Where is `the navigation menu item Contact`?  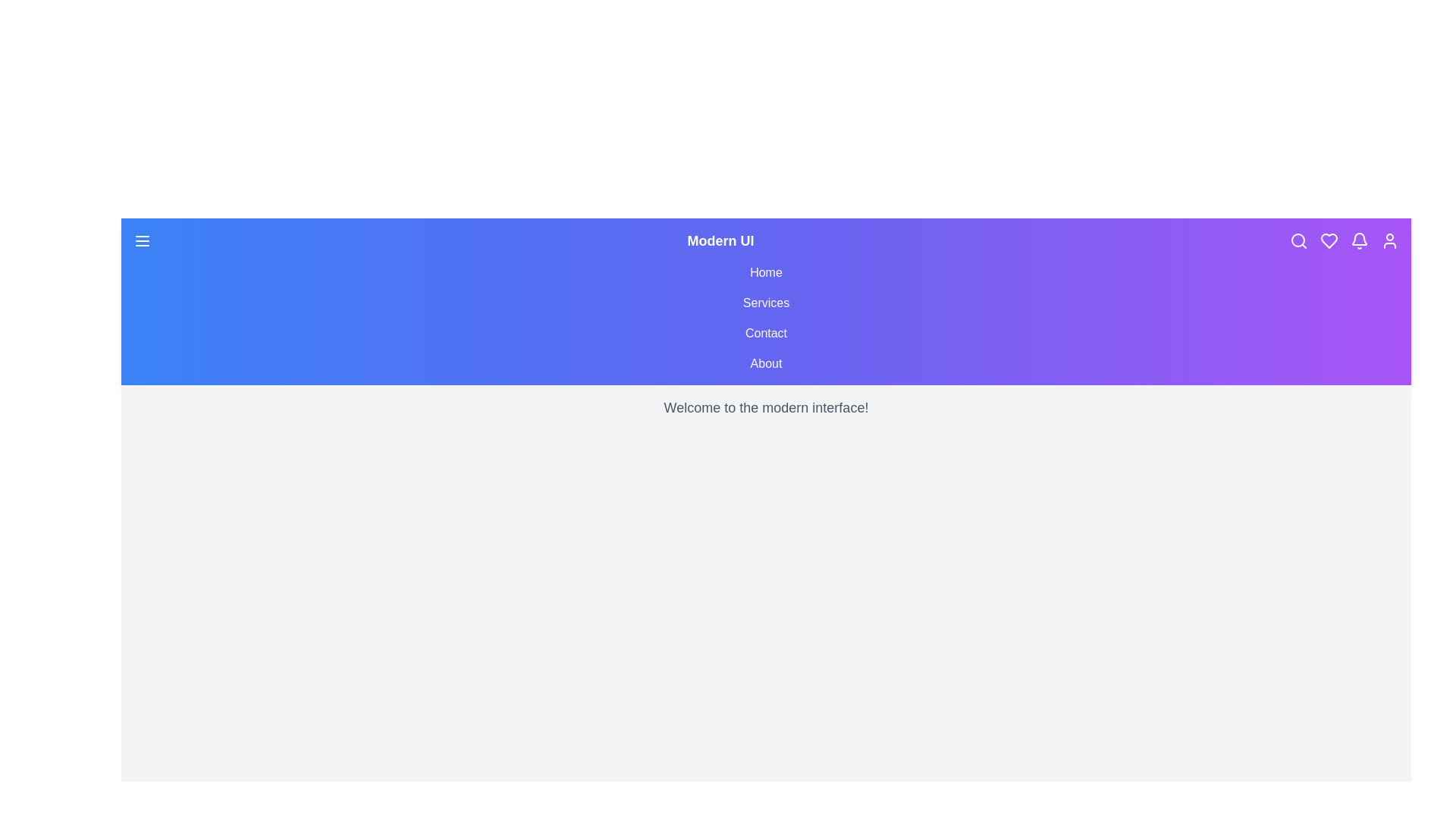 the navigation menu item Contact is located at coordinates (766, 332).